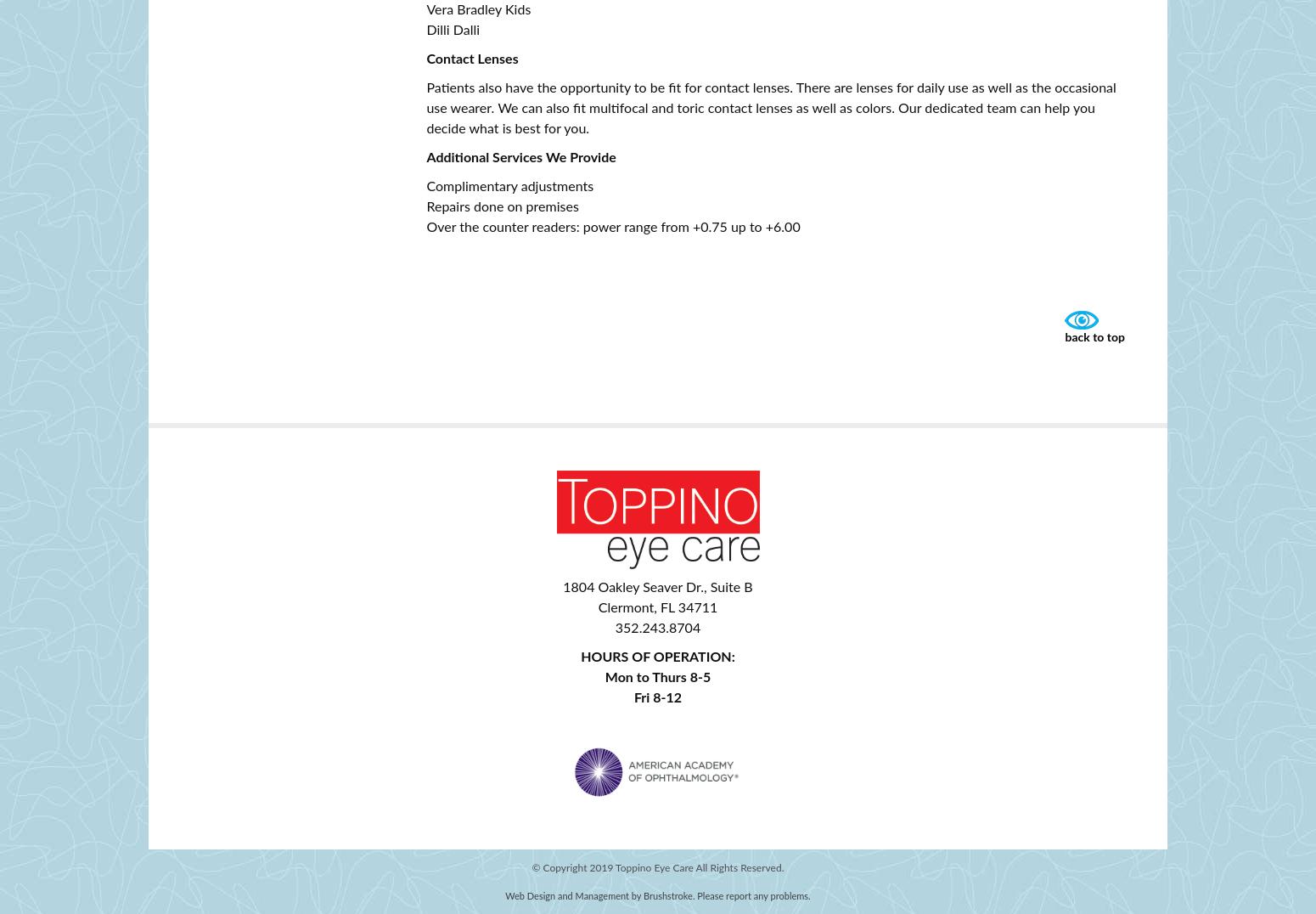 The width and height of the screenshot is (1316, 914). I want to click on 'Vera Bradley Kids', so click(478, 9).